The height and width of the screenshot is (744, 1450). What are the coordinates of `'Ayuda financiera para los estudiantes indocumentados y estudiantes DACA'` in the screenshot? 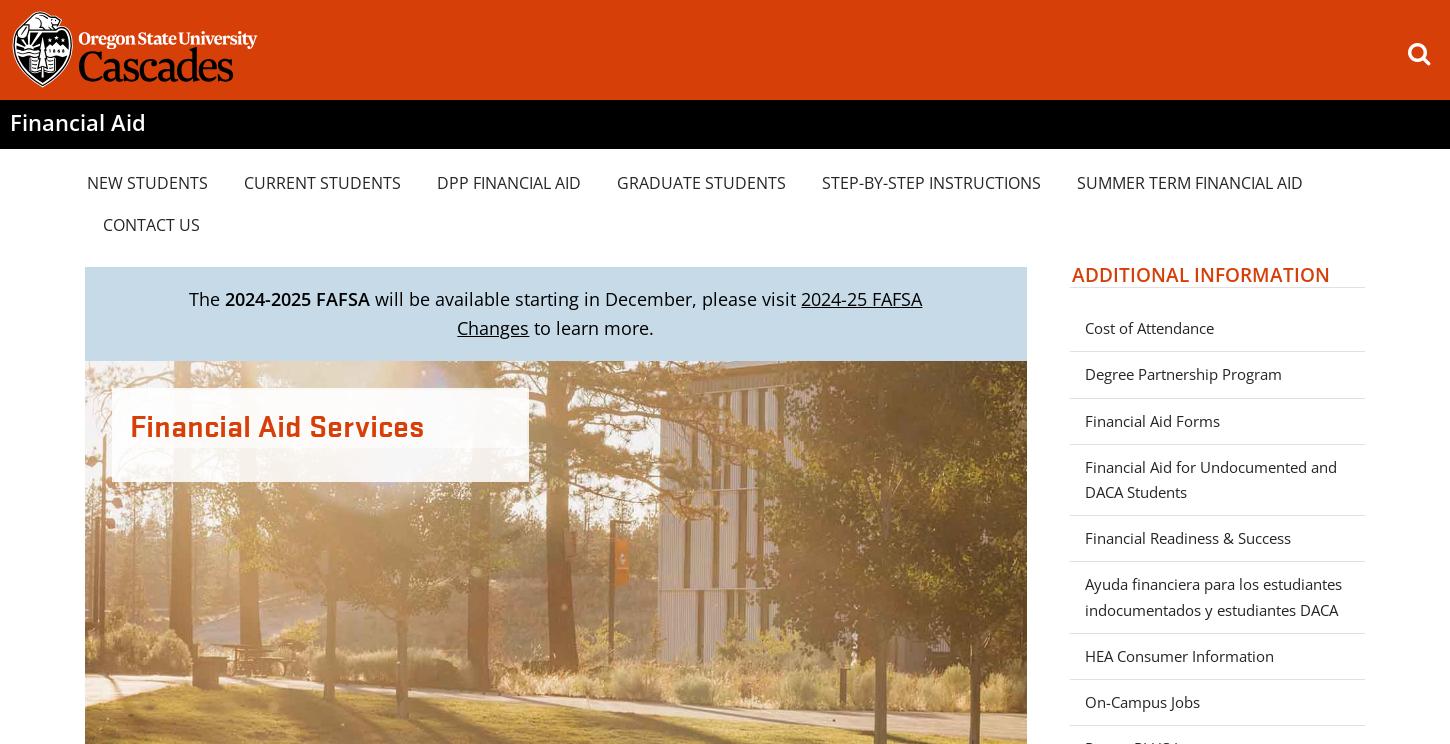 It's located at (1212, 595).